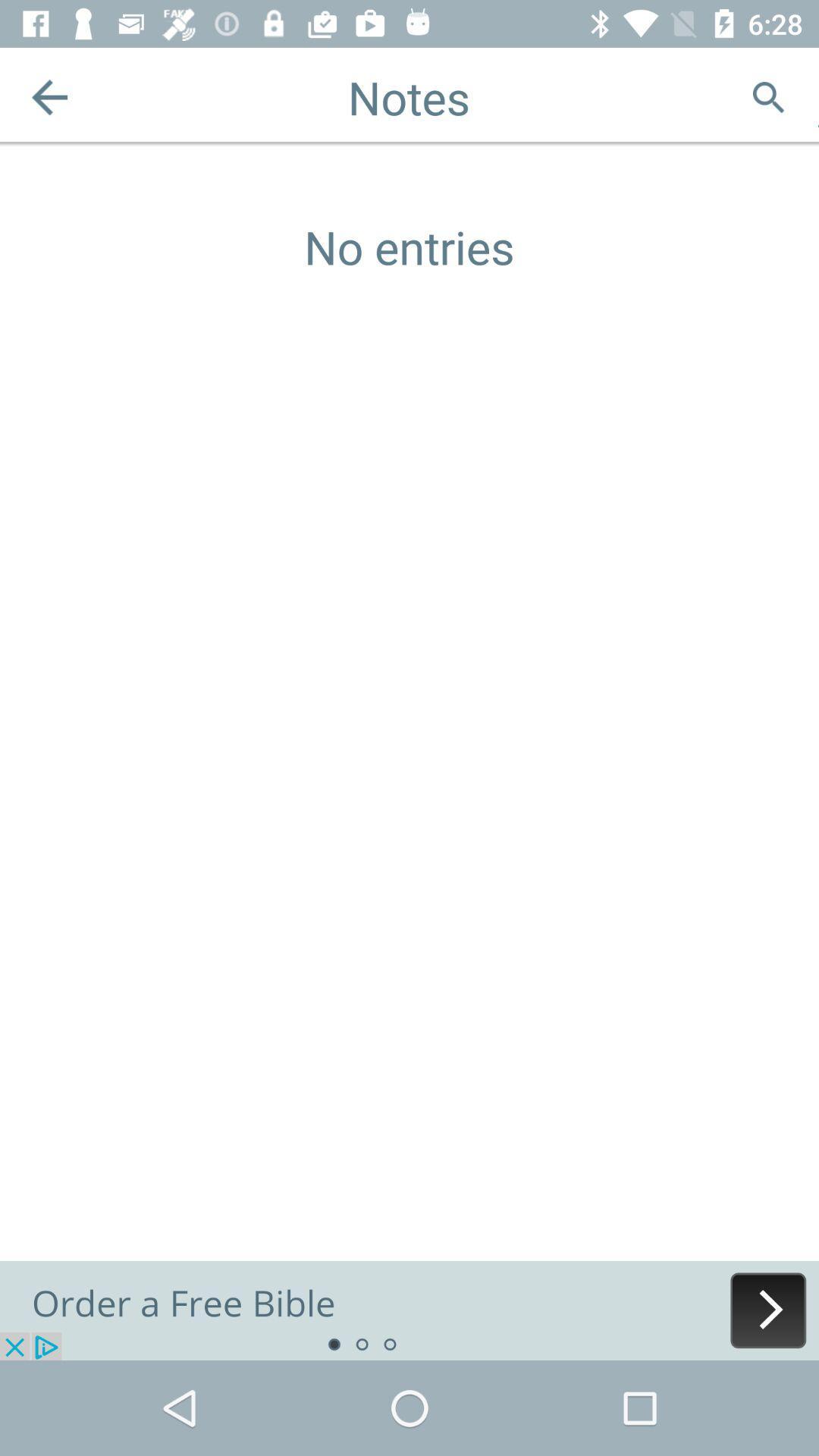 The image size is (819, 1456). I want to click on search tool, so click(768, 96).